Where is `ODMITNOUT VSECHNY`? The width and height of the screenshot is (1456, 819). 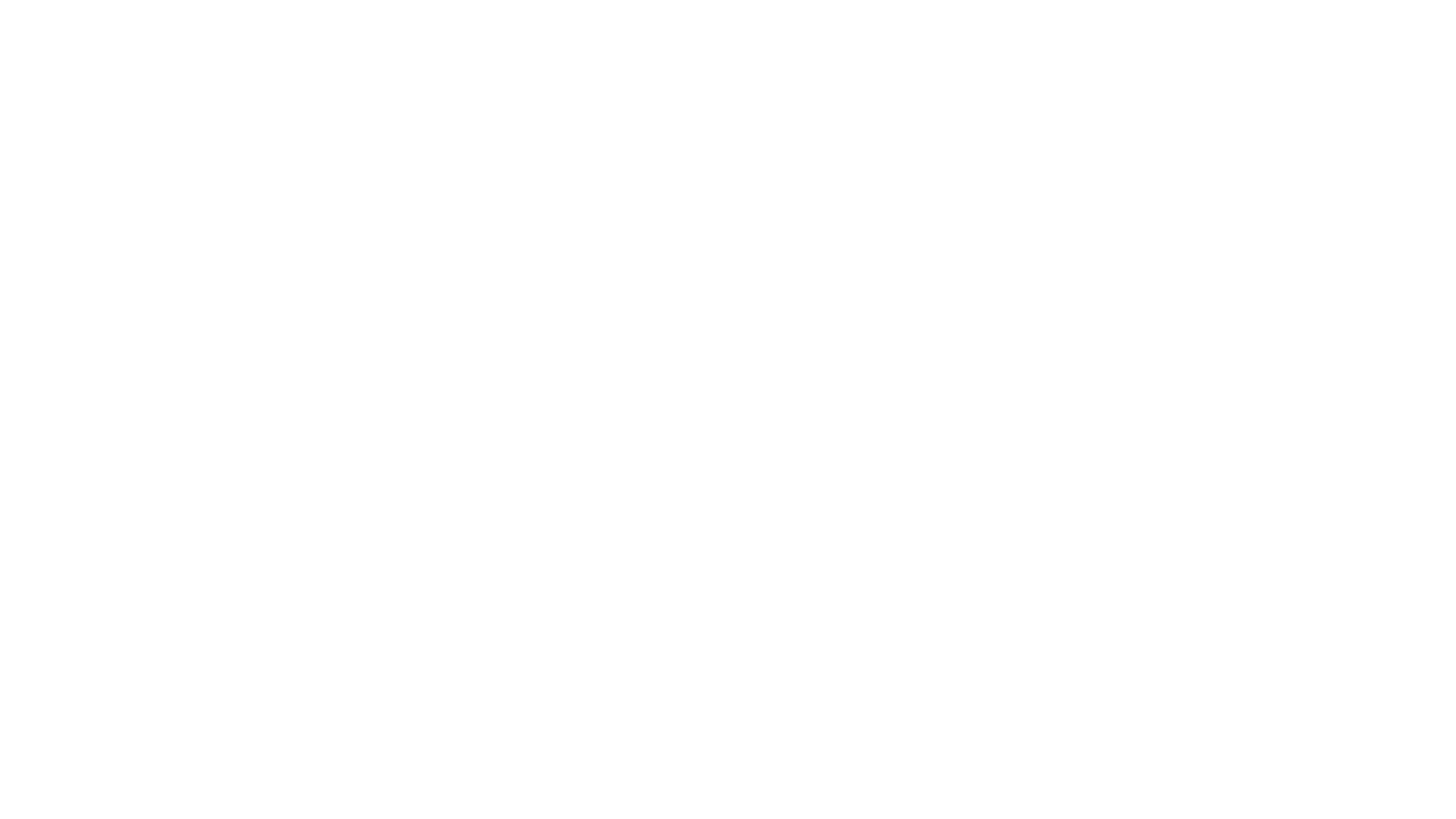
ODMITNOUT VSECHNY is located at coordinates (529, 788).